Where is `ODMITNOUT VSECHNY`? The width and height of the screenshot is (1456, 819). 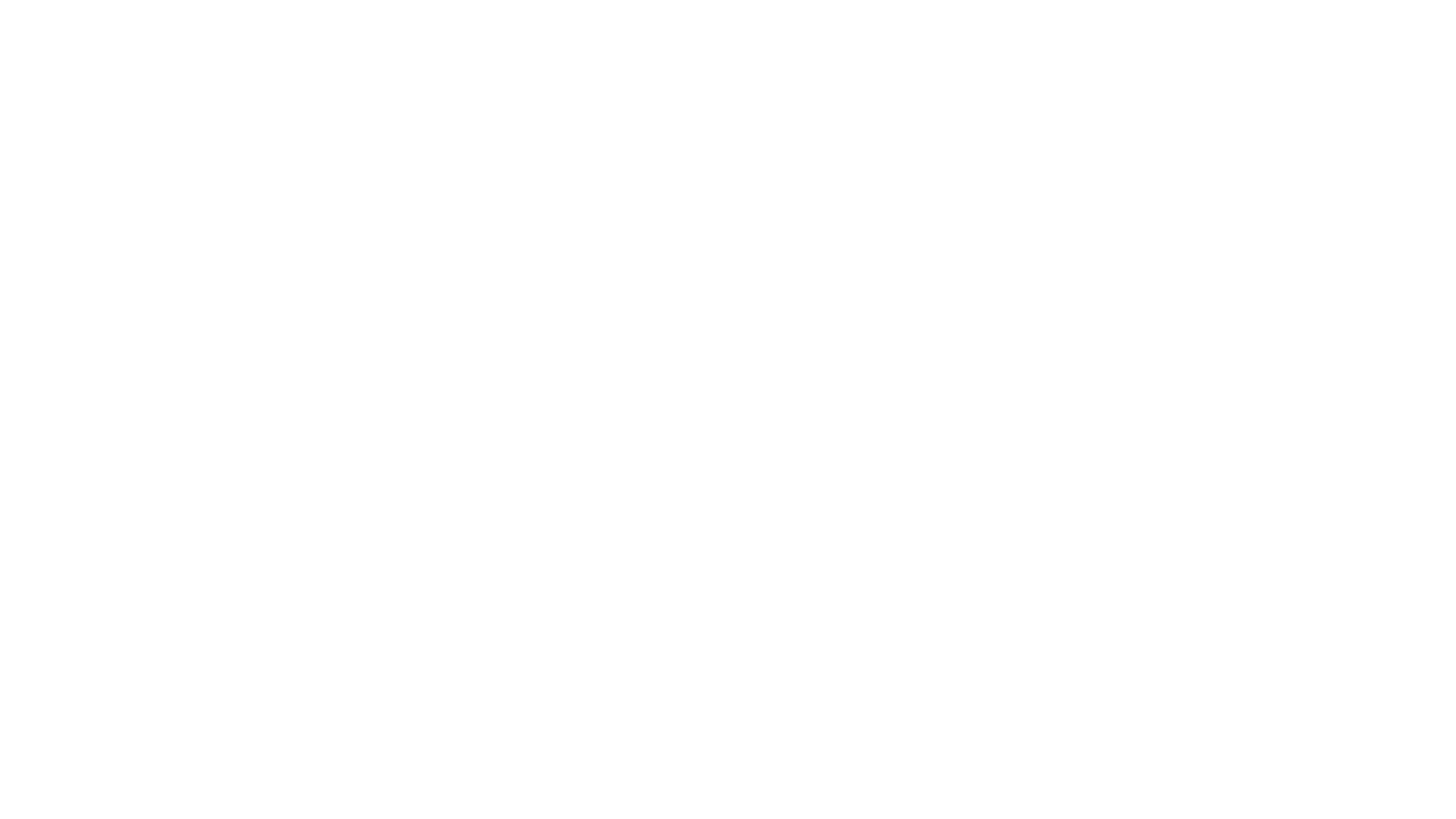
ODMITNOUT VSECHNY is located at coordinates (529, 788).